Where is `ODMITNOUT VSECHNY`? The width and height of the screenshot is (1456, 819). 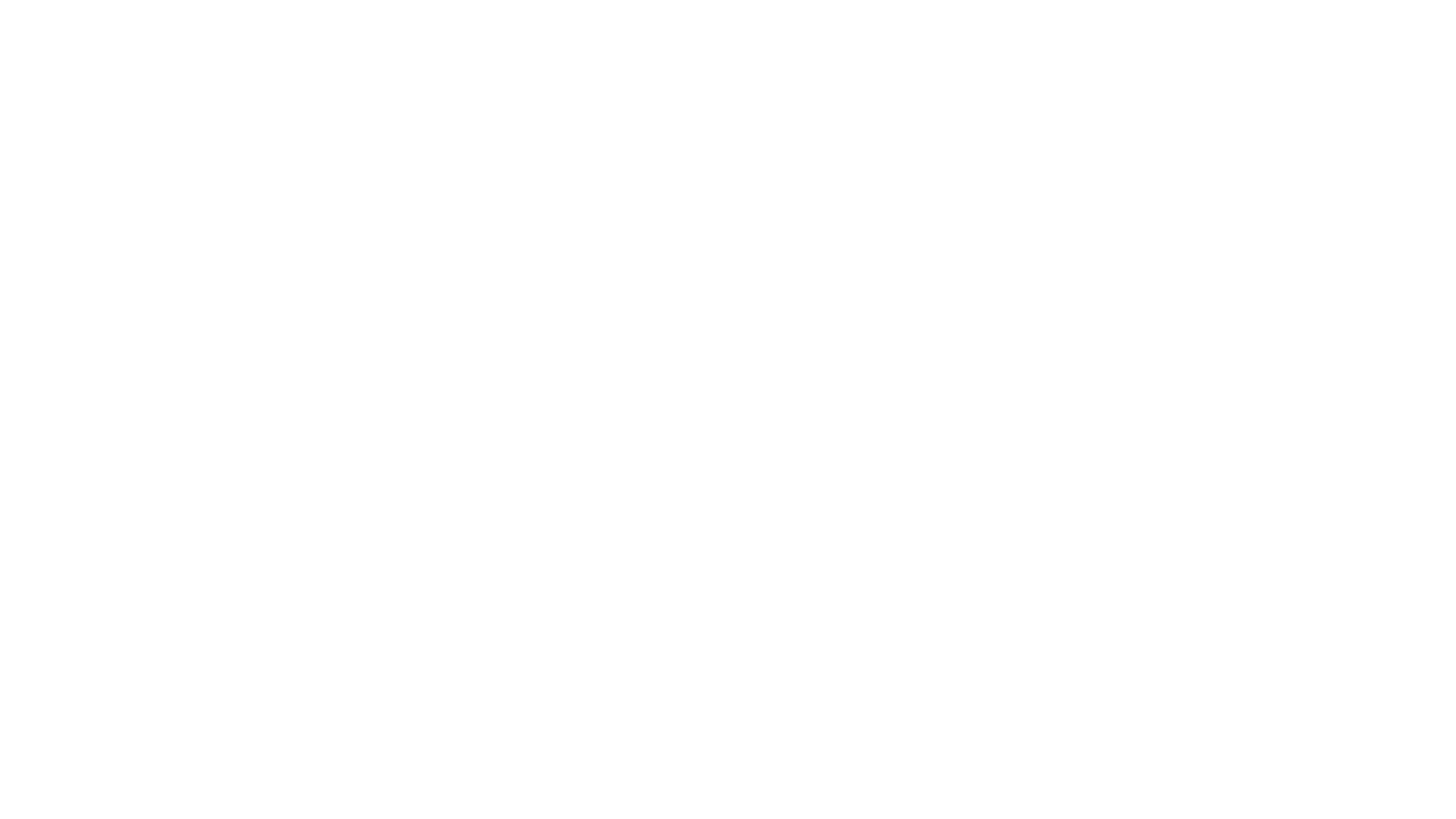
ODMITNOUT VSECHNY is located at coordinates (529, 788).